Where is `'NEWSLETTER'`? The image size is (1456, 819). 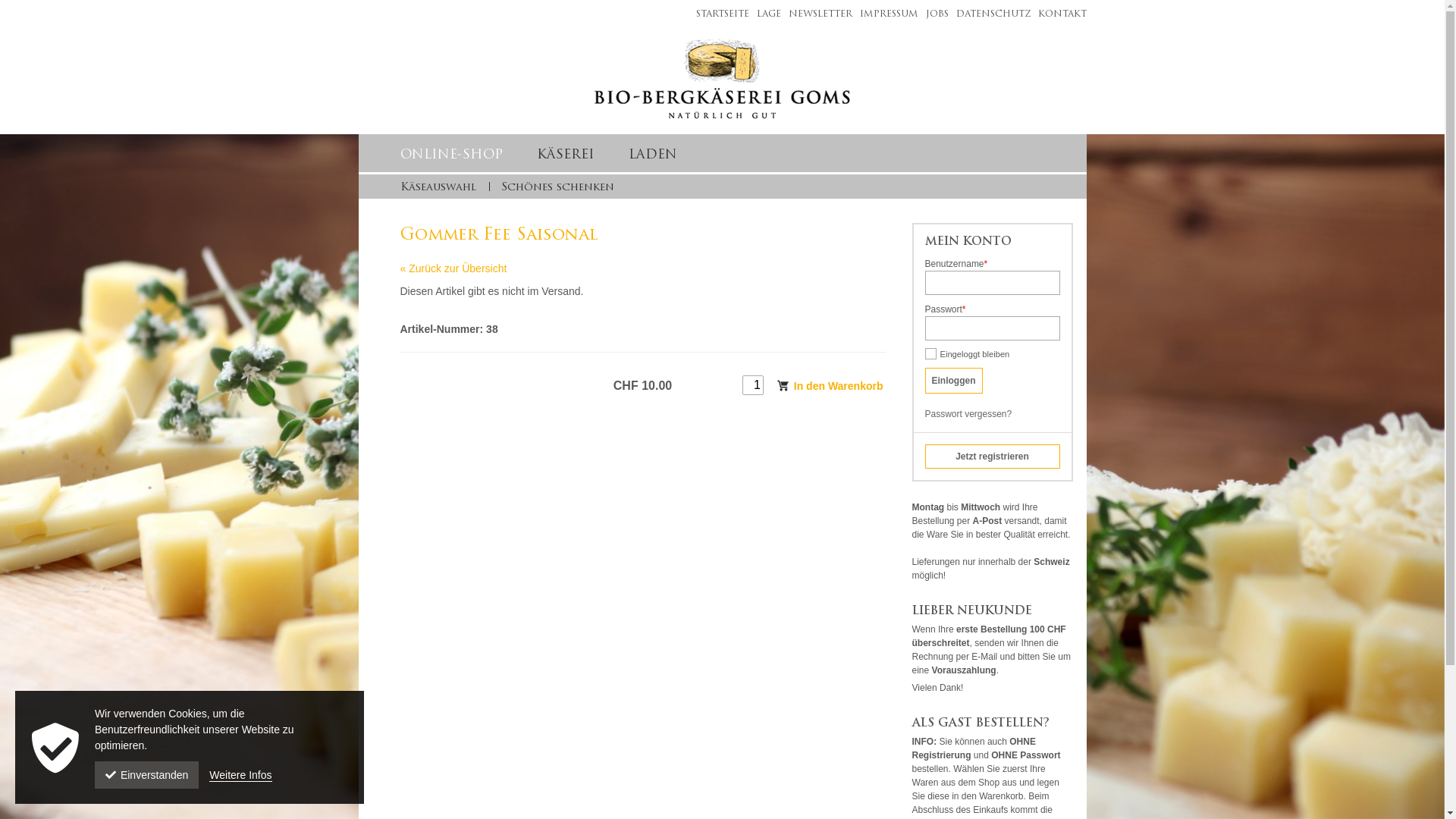
'NEWSLETTER' is located at coordinates (815, 14).